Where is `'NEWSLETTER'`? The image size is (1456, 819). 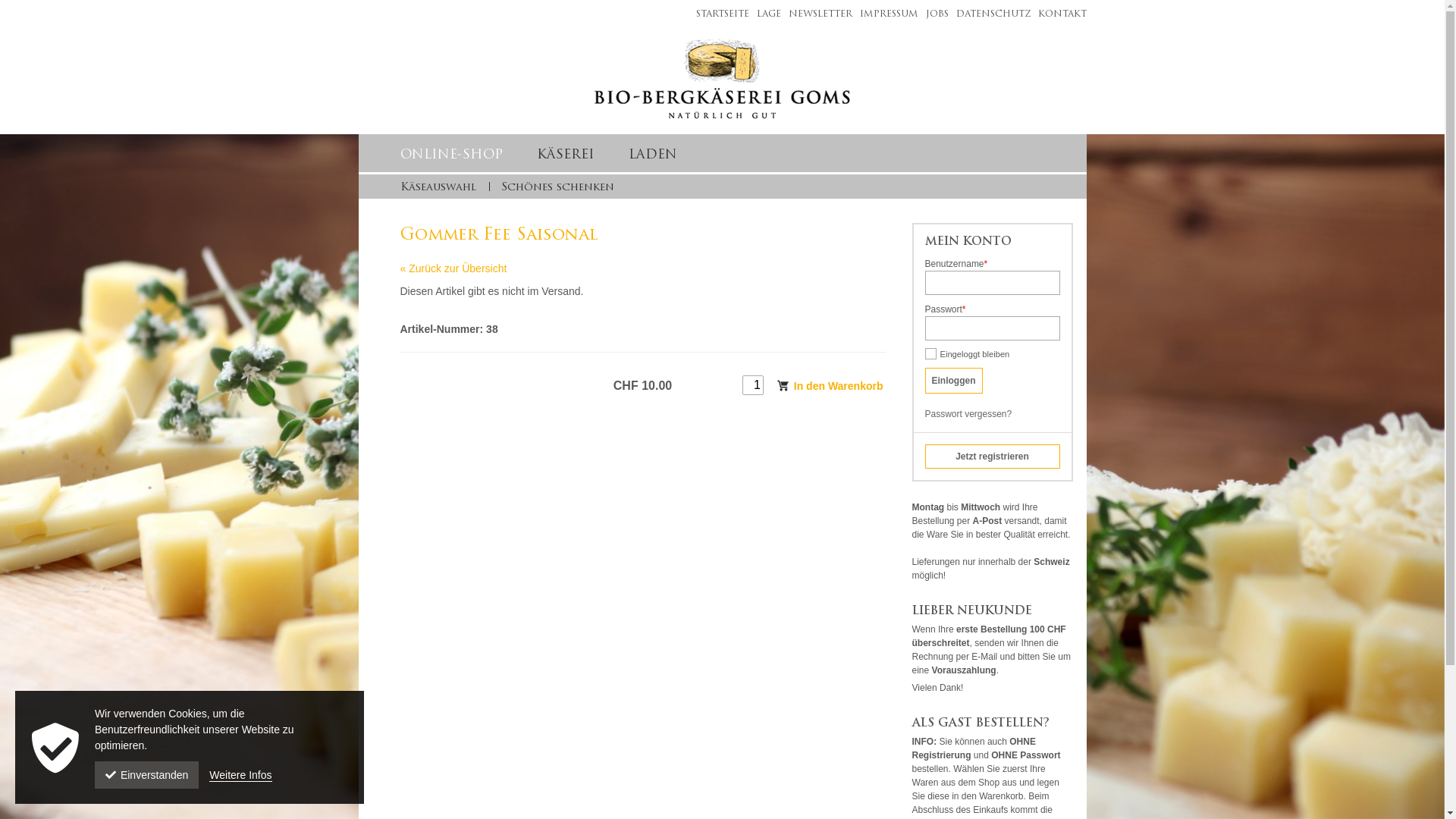
'NEWSLETTER' is located at coordinates (815, 14).